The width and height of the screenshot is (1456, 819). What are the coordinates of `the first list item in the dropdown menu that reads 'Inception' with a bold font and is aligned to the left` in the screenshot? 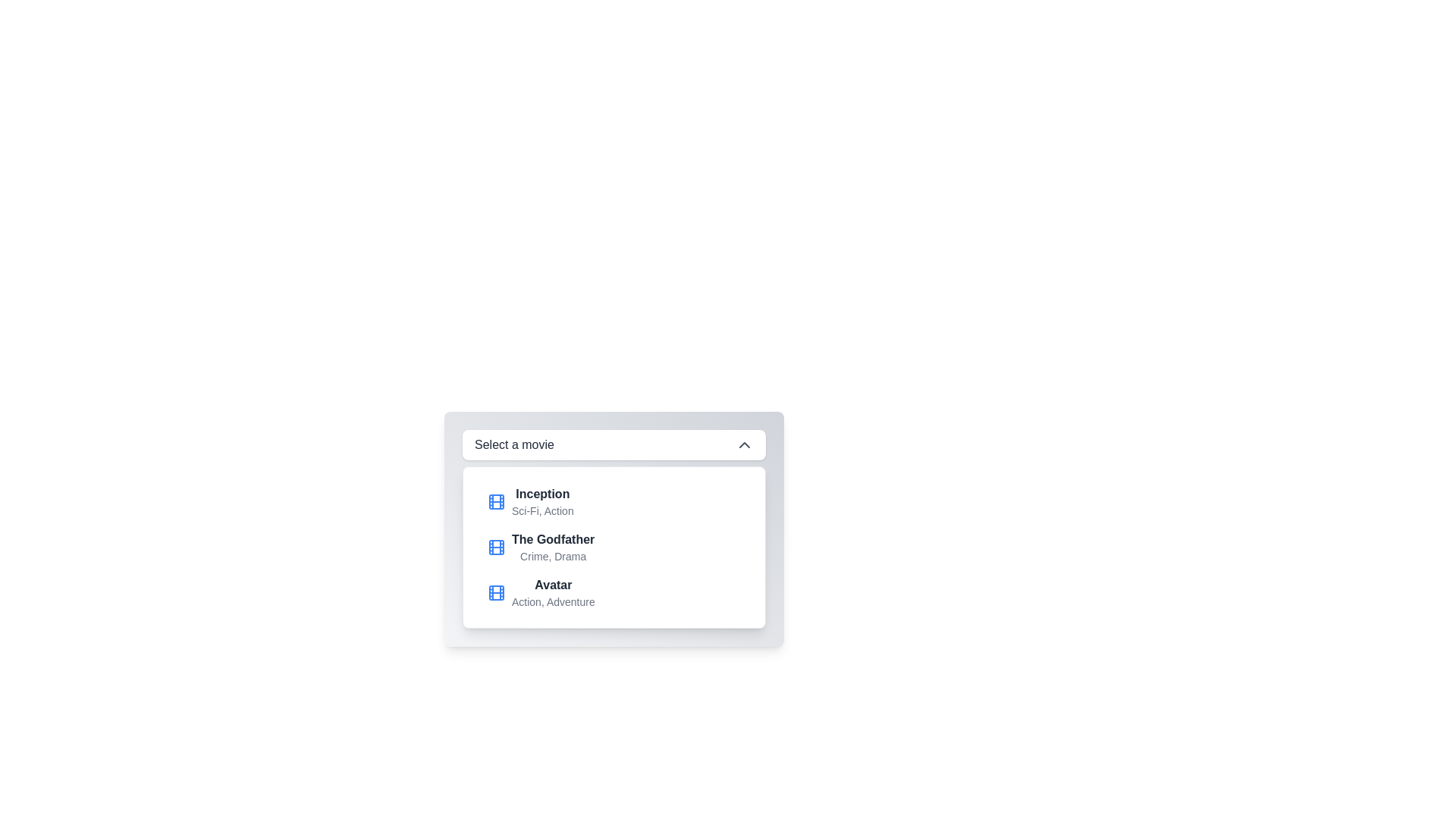 It's located at (542, 502).